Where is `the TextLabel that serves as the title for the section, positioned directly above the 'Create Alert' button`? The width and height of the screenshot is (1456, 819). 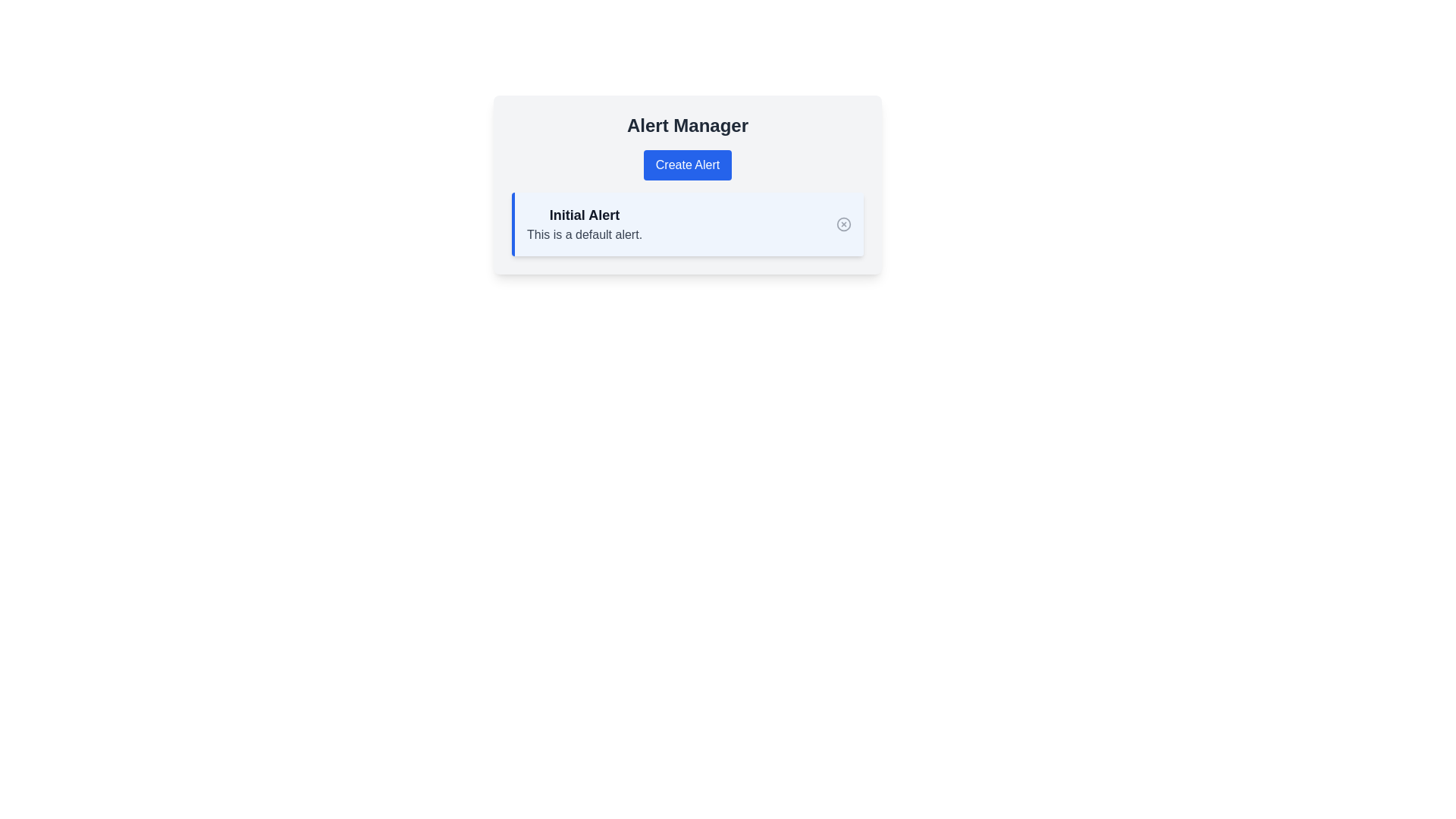
the TextLabel that serves as the title for the section, positioned directly above the 'Create Alert' button is located at coordinates (687, 124).